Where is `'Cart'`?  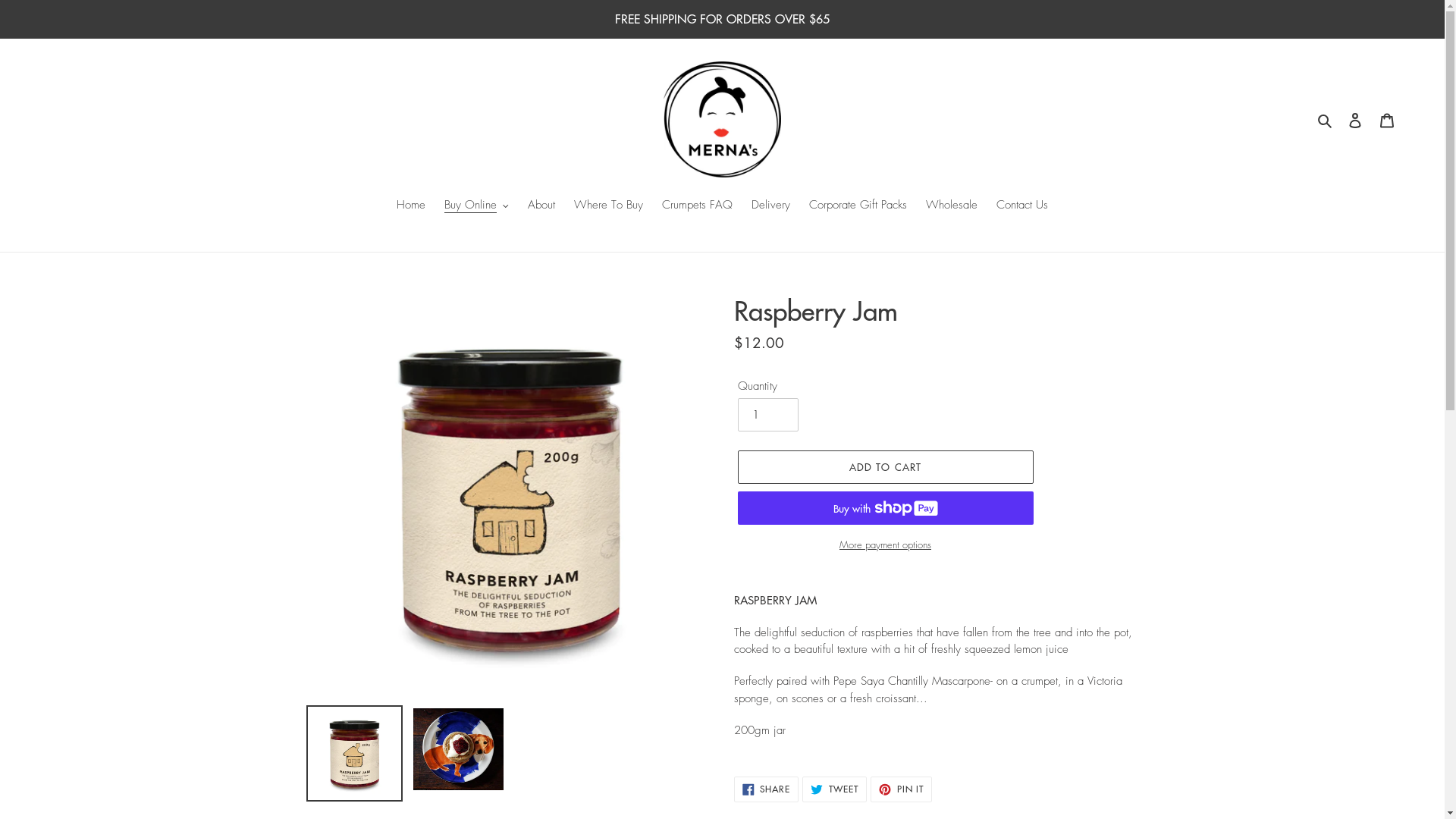
'Cart' is located at coordinates (1386, 118).